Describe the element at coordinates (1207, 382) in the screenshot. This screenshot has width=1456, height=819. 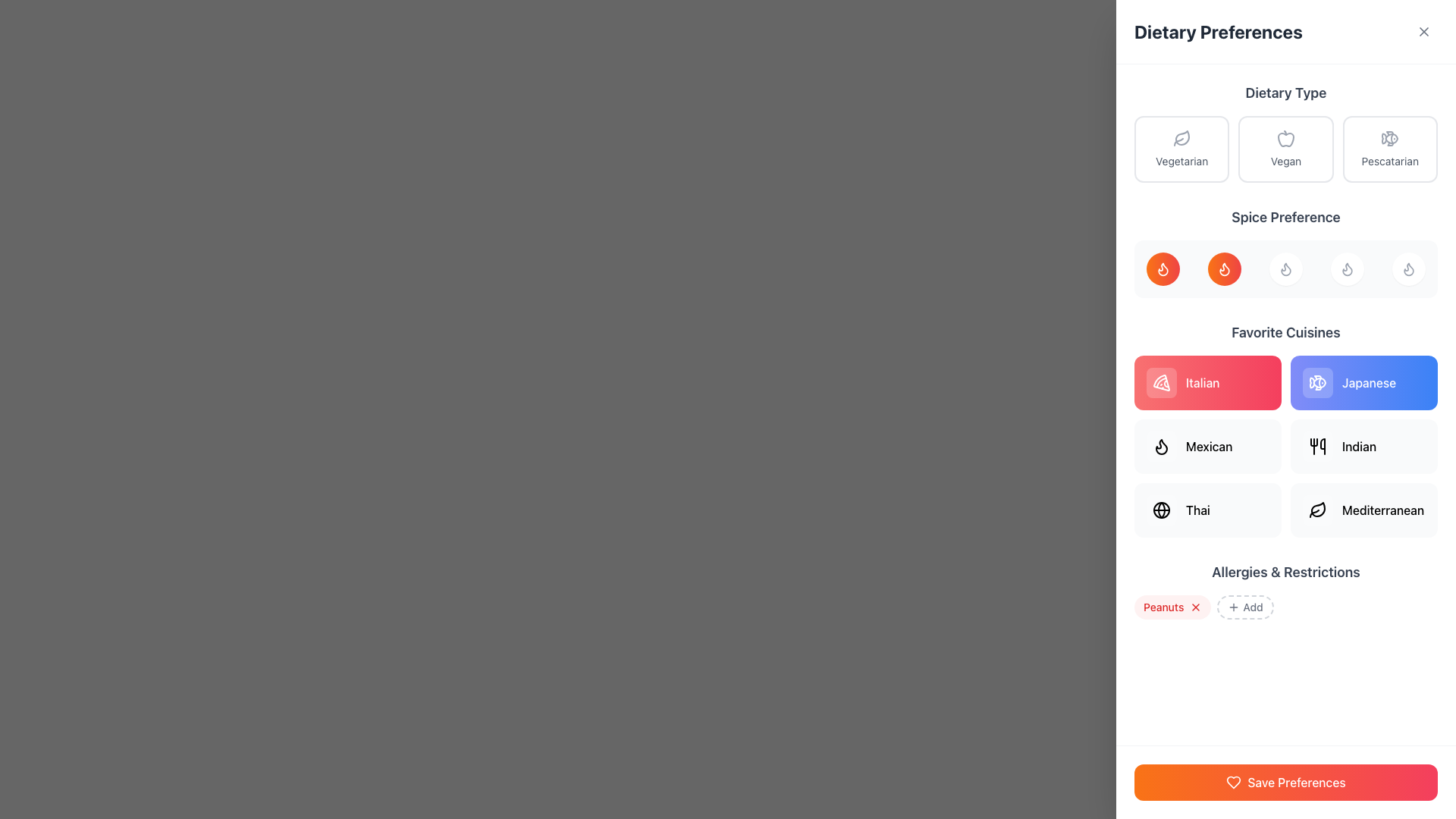
I see `the 'Italian' button in the 'Favorite Cuisines' section` at that location.